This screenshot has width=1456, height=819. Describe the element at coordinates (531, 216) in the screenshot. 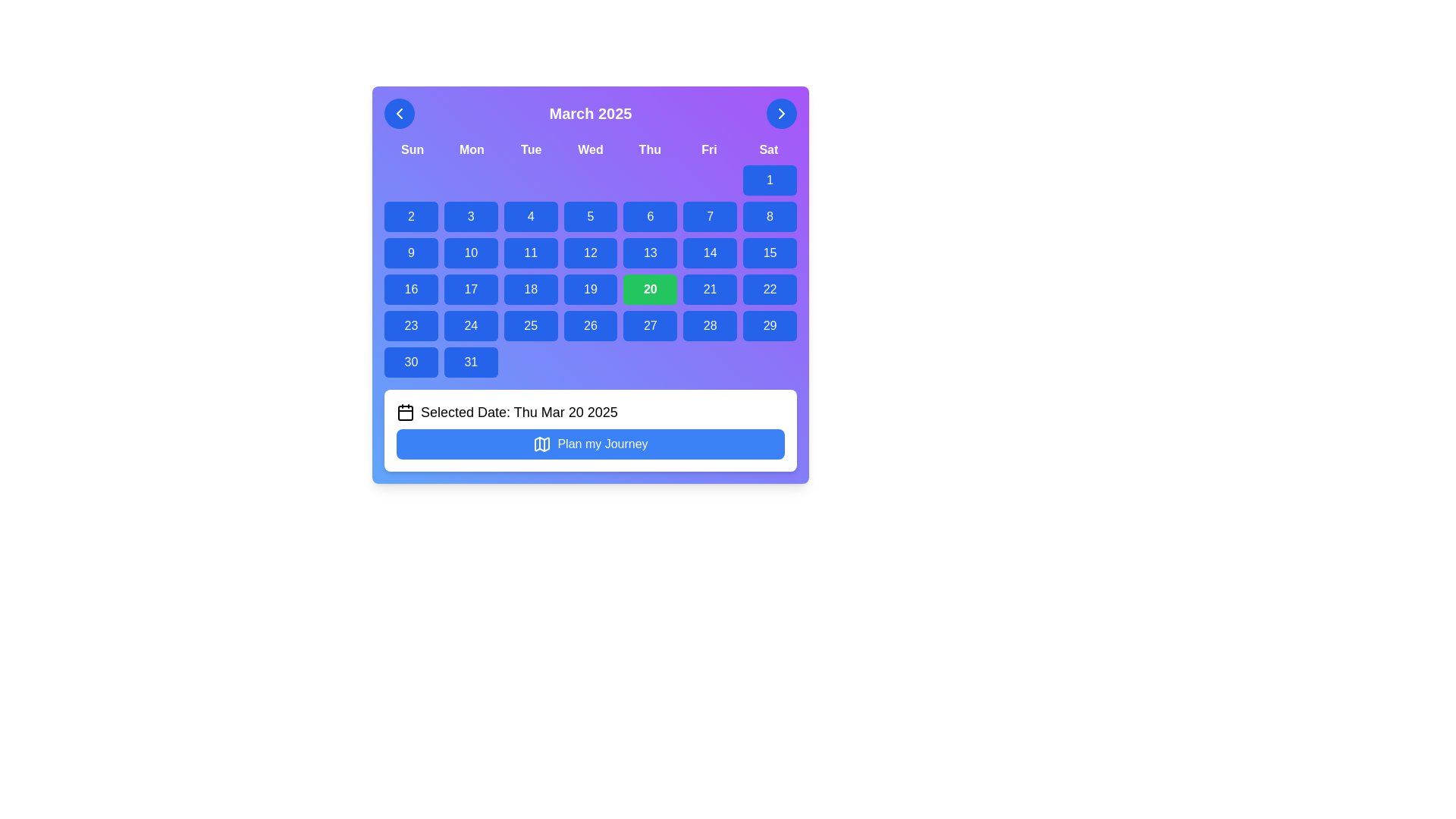

I see `the blue rectangular button with rounded corners displaying the number '4' in white text, representing Tuesday, March 4th` at that location.